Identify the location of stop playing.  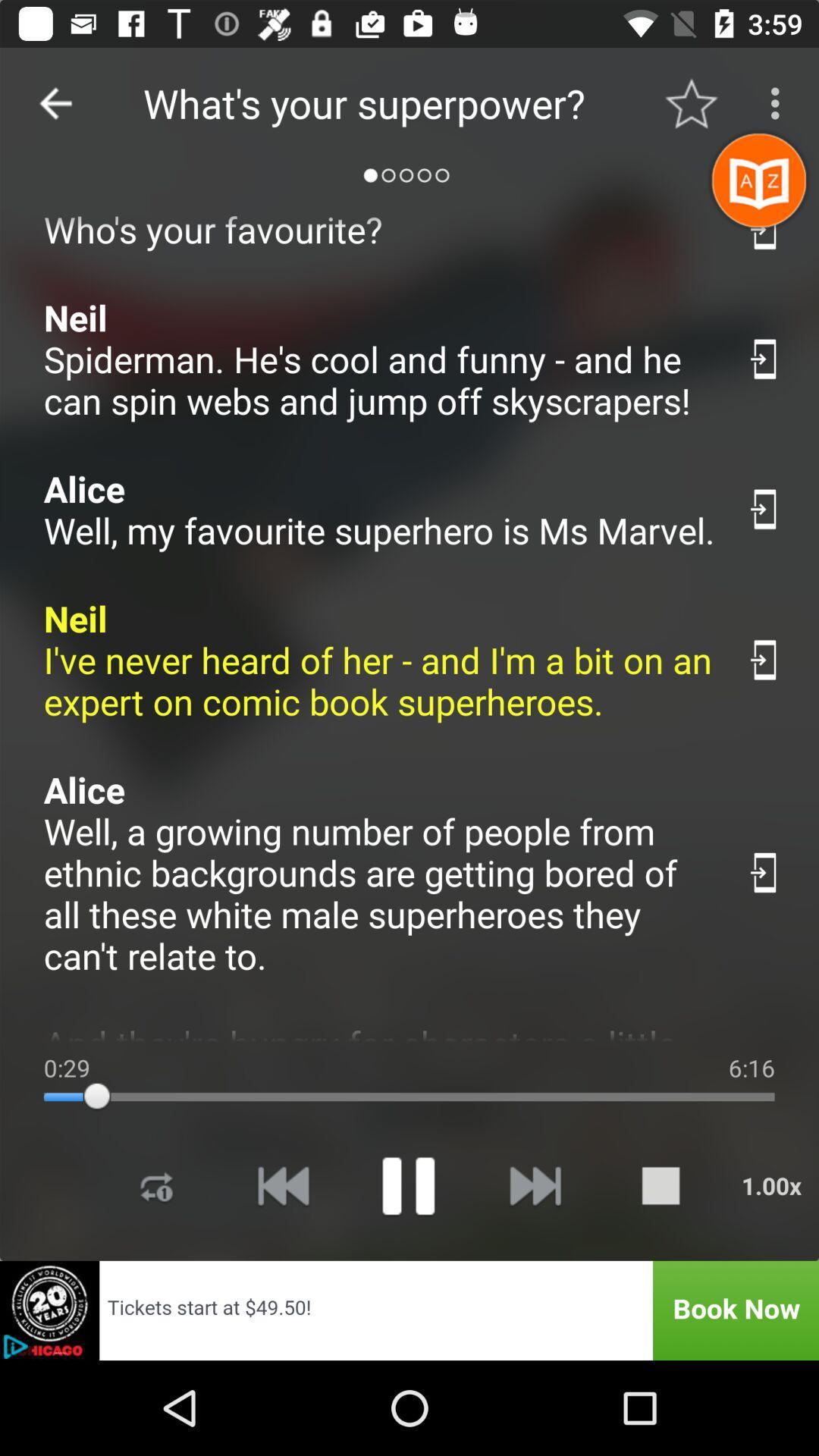
(660, 1185).